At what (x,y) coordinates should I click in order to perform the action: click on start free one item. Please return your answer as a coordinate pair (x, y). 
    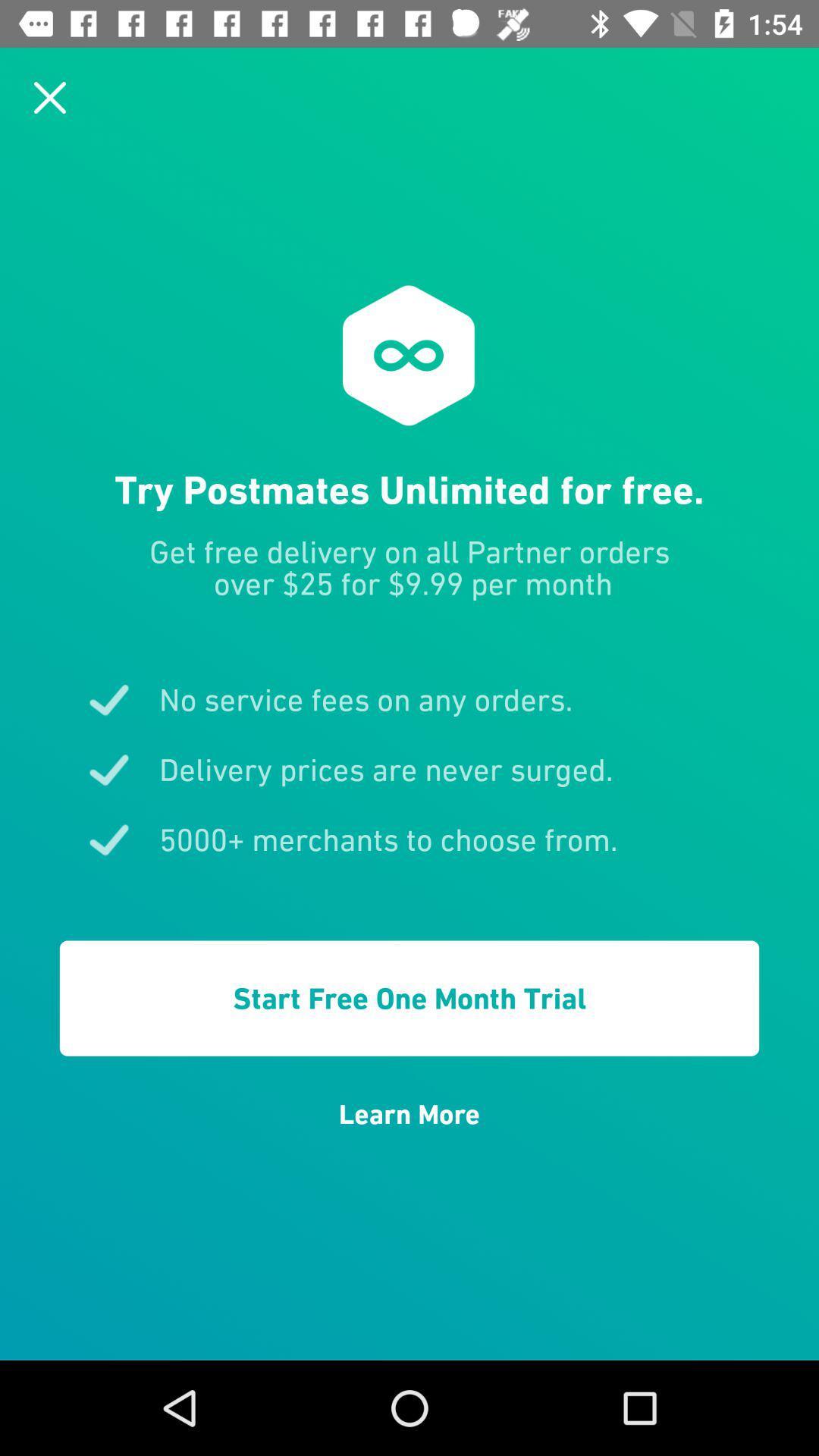
    Looking at the image, I should click on (409, 998).